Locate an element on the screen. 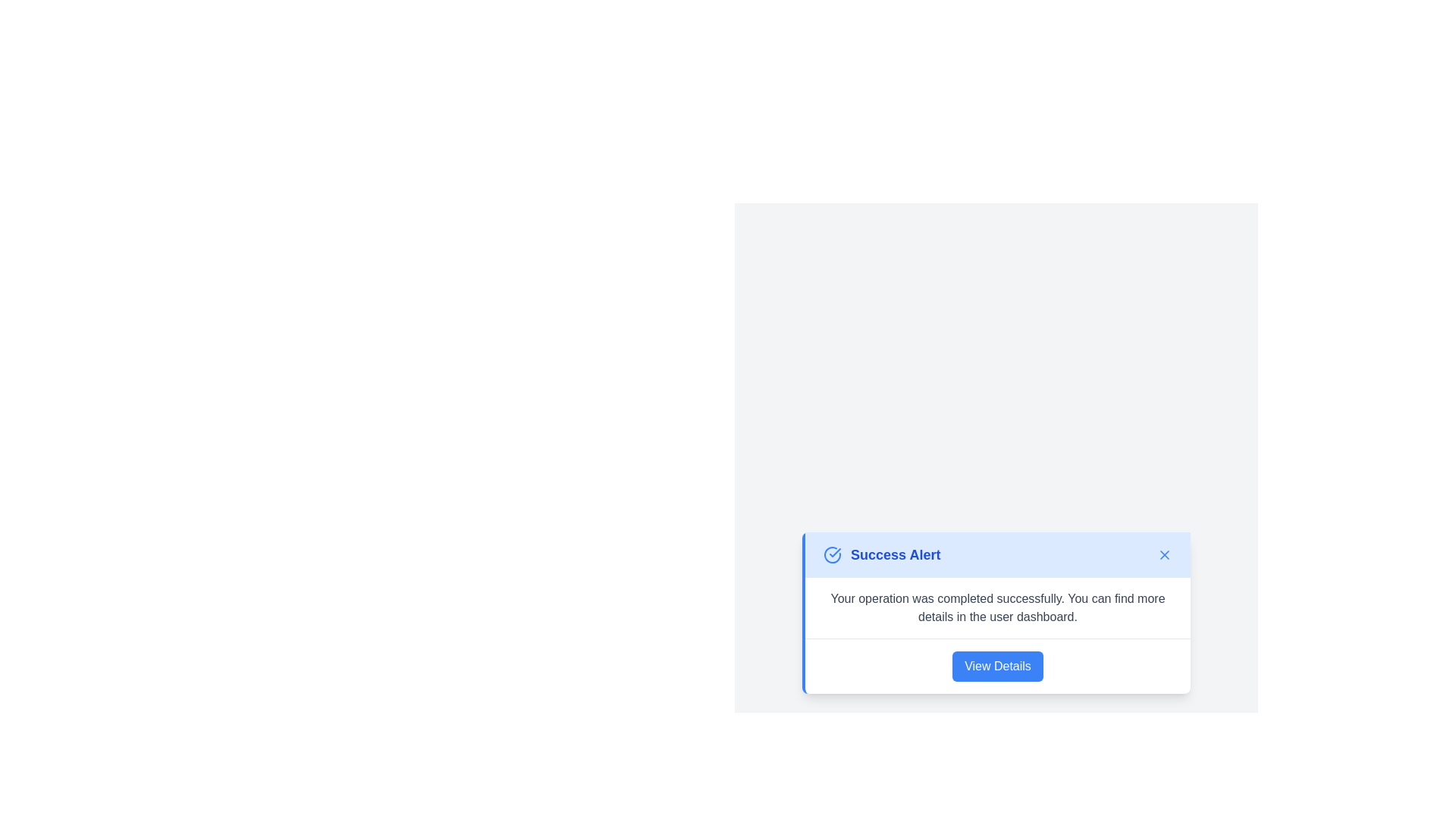 The image size is (1456, 819). the rectangular button with rounded edges and a blue background labeled 'View Details' located at the bottom of the notification dialog is located at coordinates (997, 665).